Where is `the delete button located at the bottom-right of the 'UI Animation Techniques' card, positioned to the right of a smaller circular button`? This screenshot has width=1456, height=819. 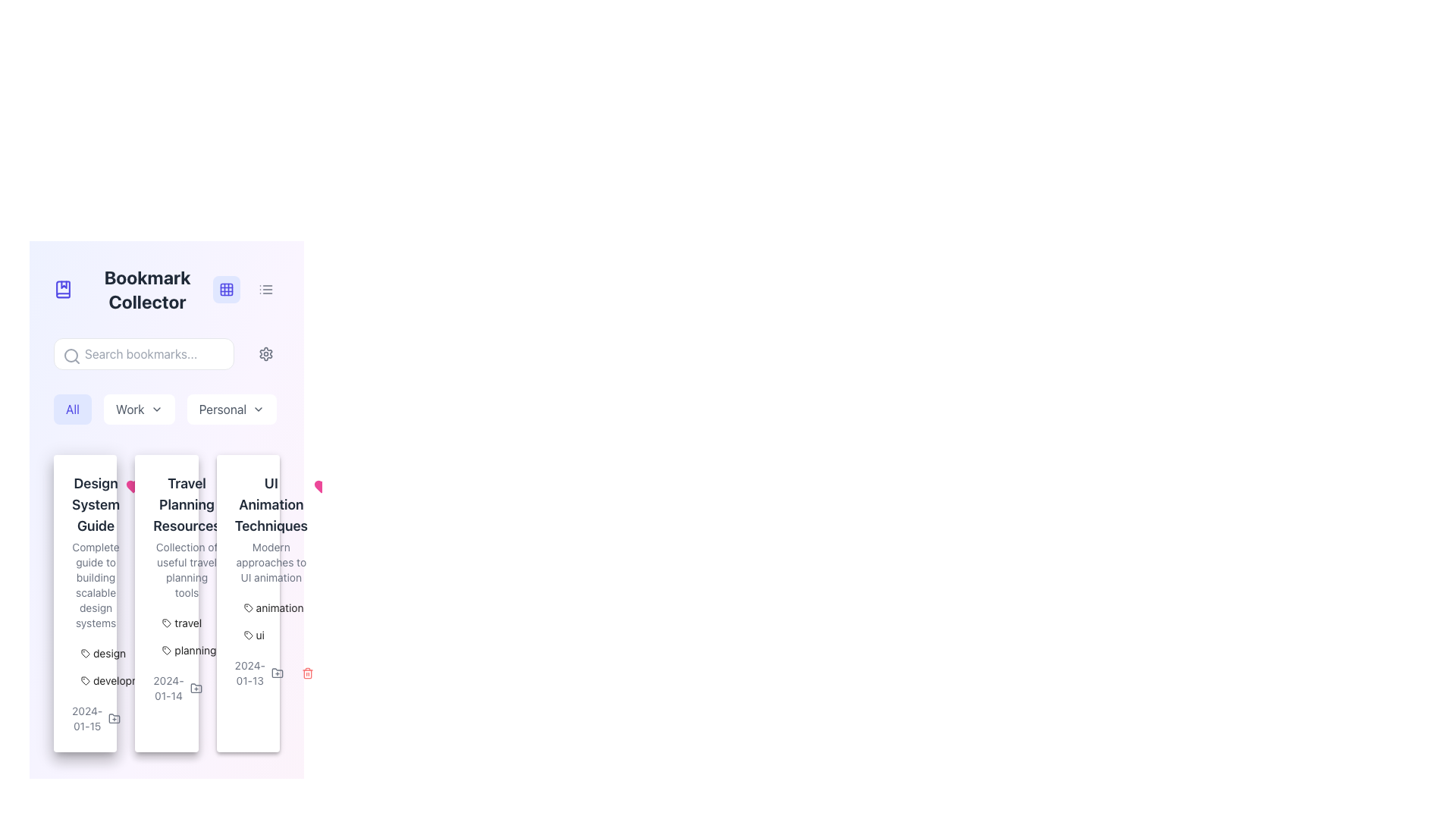 the delete button located at the bottom-right of the 'UI Animation Techniques' card, positioned to the right of a smaller circular button is located at coordinates (225, 688).